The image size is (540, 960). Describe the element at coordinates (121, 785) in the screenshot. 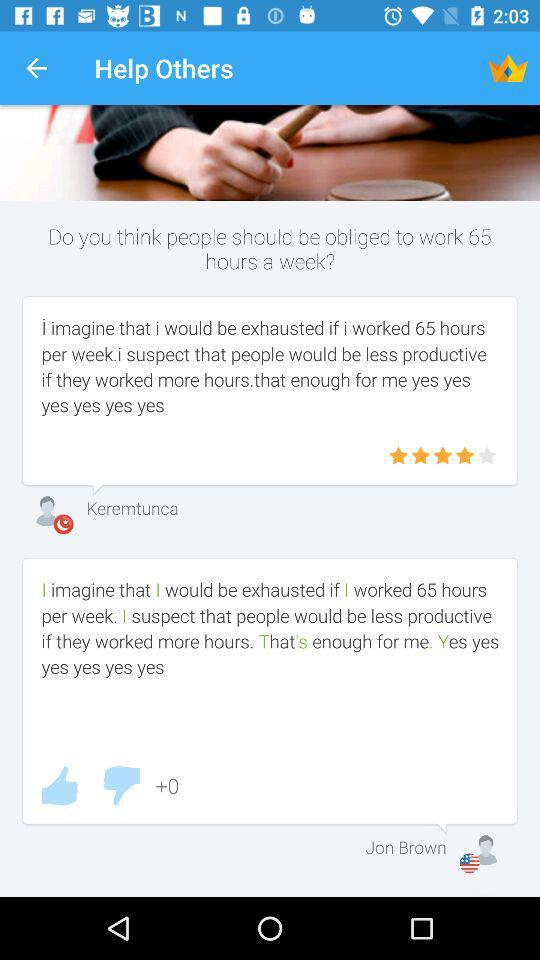

I see `thumbs down/ dislike` at that location.